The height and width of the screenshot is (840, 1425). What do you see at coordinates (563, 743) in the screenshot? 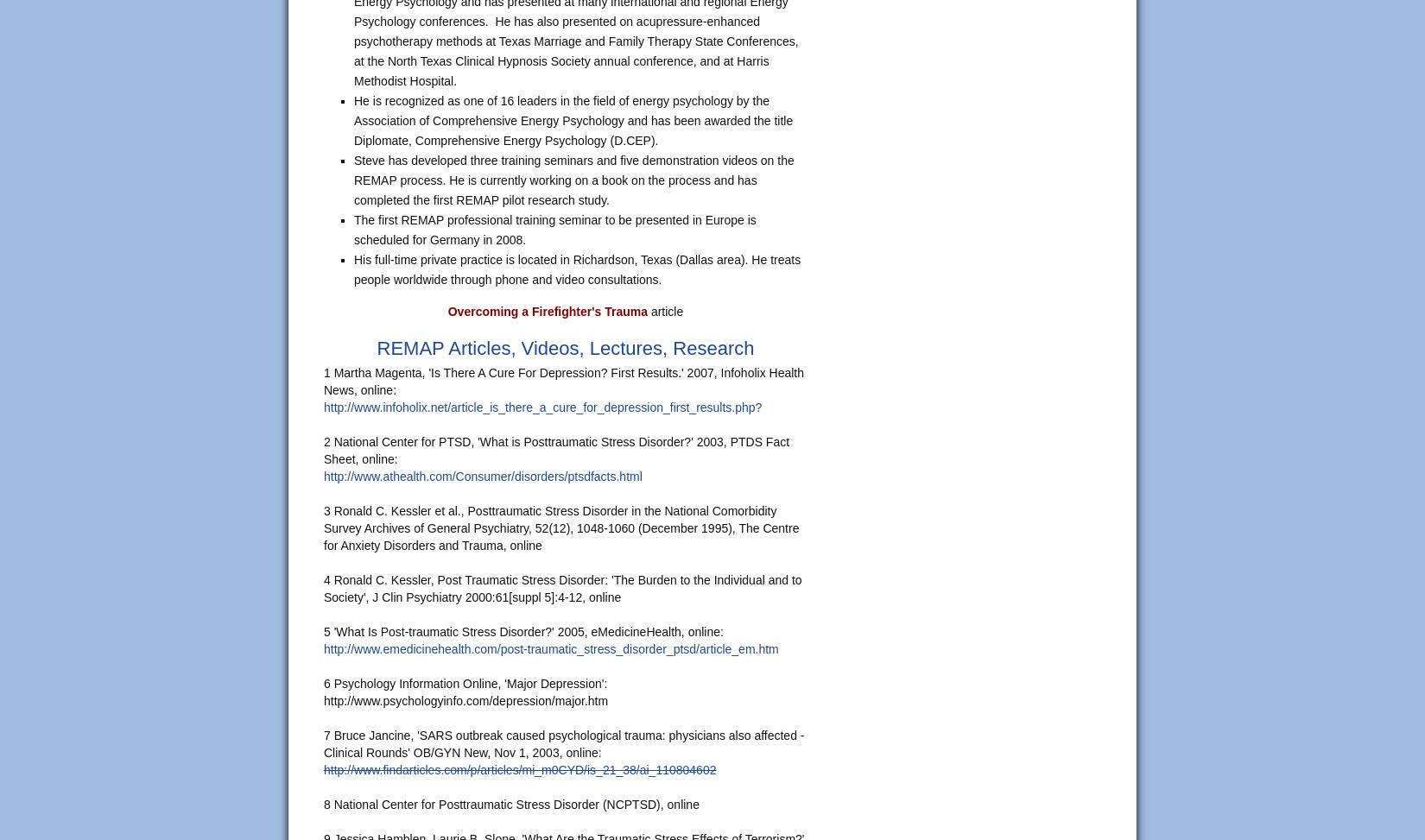
I see `'7 Bruce Jancine, 'SARS outbreak caused psychological trauma: physicians also affected - Clinical Rounds' OB/GYN New, Nov 1, 2003, online:'` at bounding box center [563, 743].